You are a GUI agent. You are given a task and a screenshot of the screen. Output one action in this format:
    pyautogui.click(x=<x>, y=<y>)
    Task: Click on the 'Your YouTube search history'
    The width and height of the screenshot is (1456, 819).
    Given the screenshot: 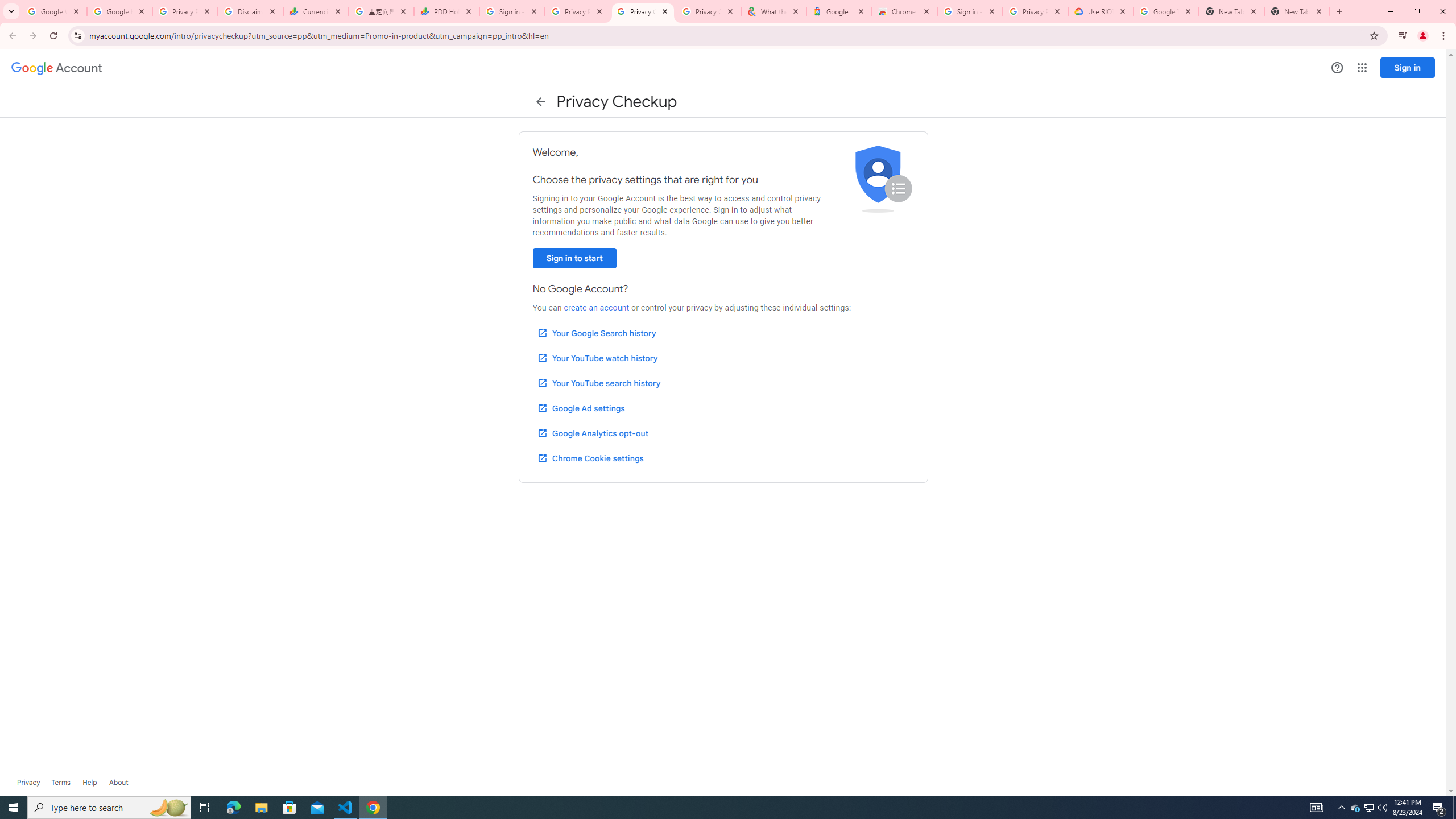 What is the action you would take?
    pyautogui.click(x=598, y=383)
    